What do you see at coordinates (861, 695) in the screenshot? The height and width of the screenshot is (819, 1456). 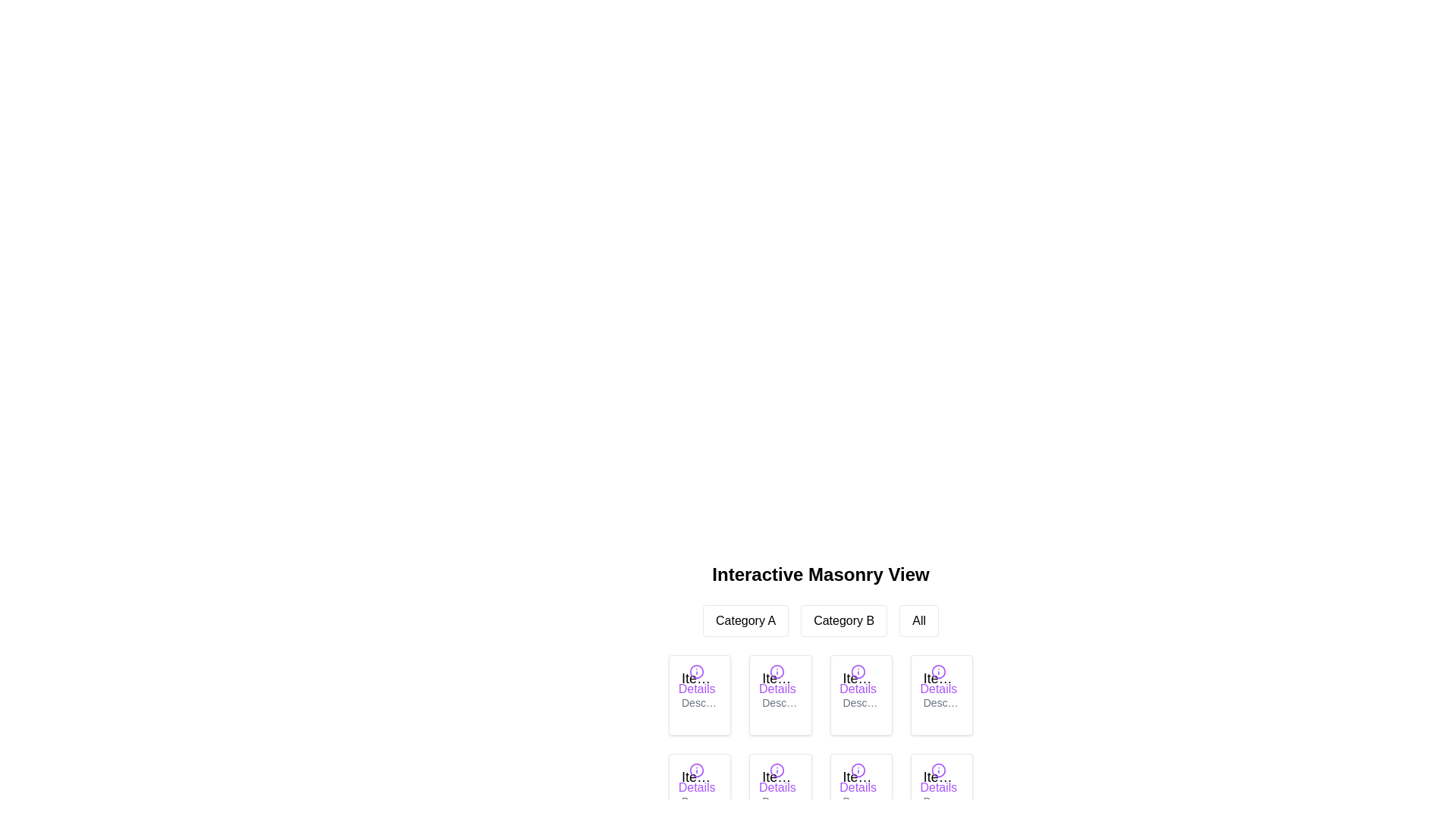 I see `title and description of the third card in the grid layout, which provides a preview of an item and includes a 'Details' link` at bounding box center [861, 695].